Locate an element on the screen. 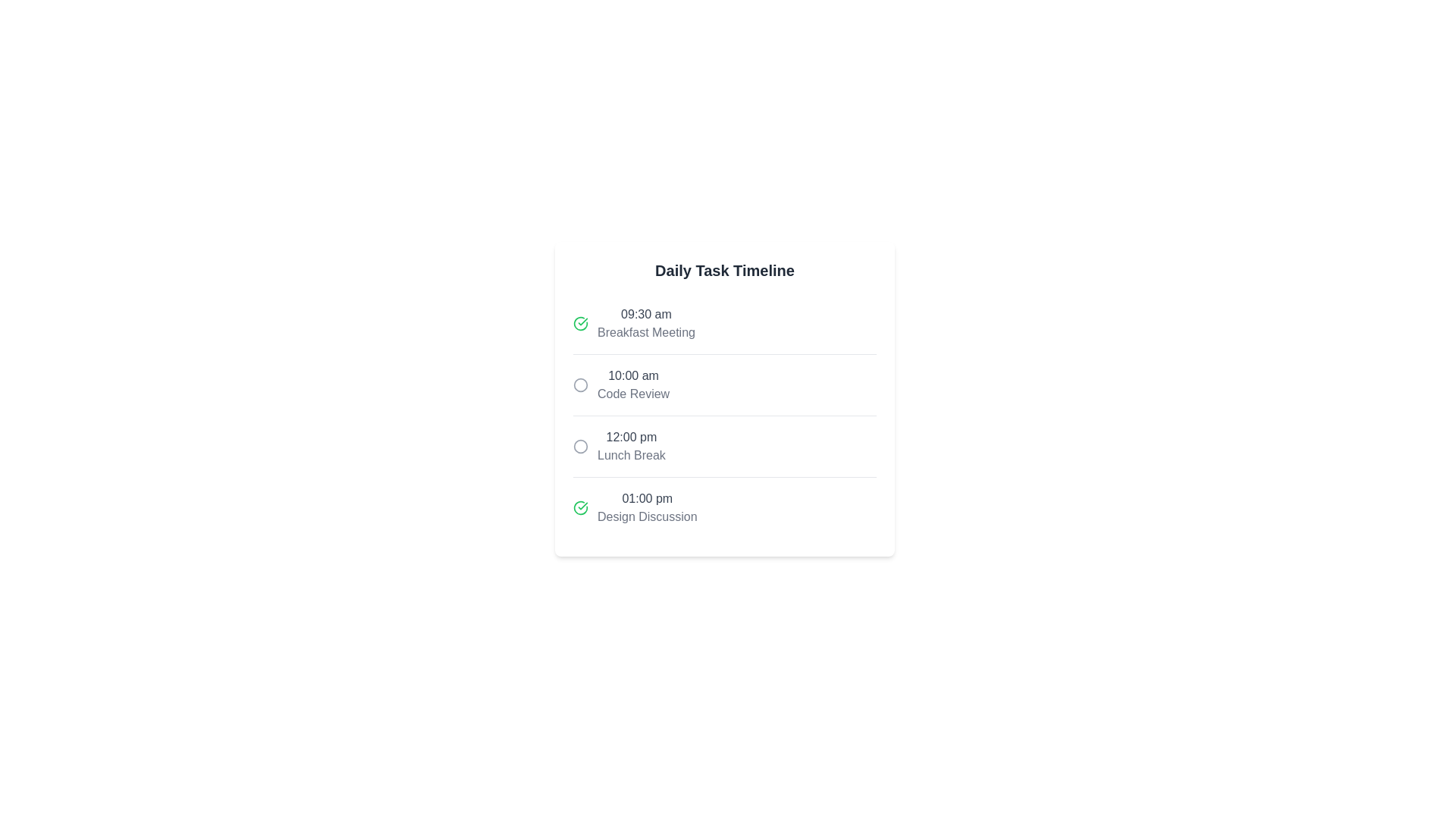  the Text Description Component displaying '01:00 pm' and 'Design Discussion' in the timeline is located at coordinates (647, 508).